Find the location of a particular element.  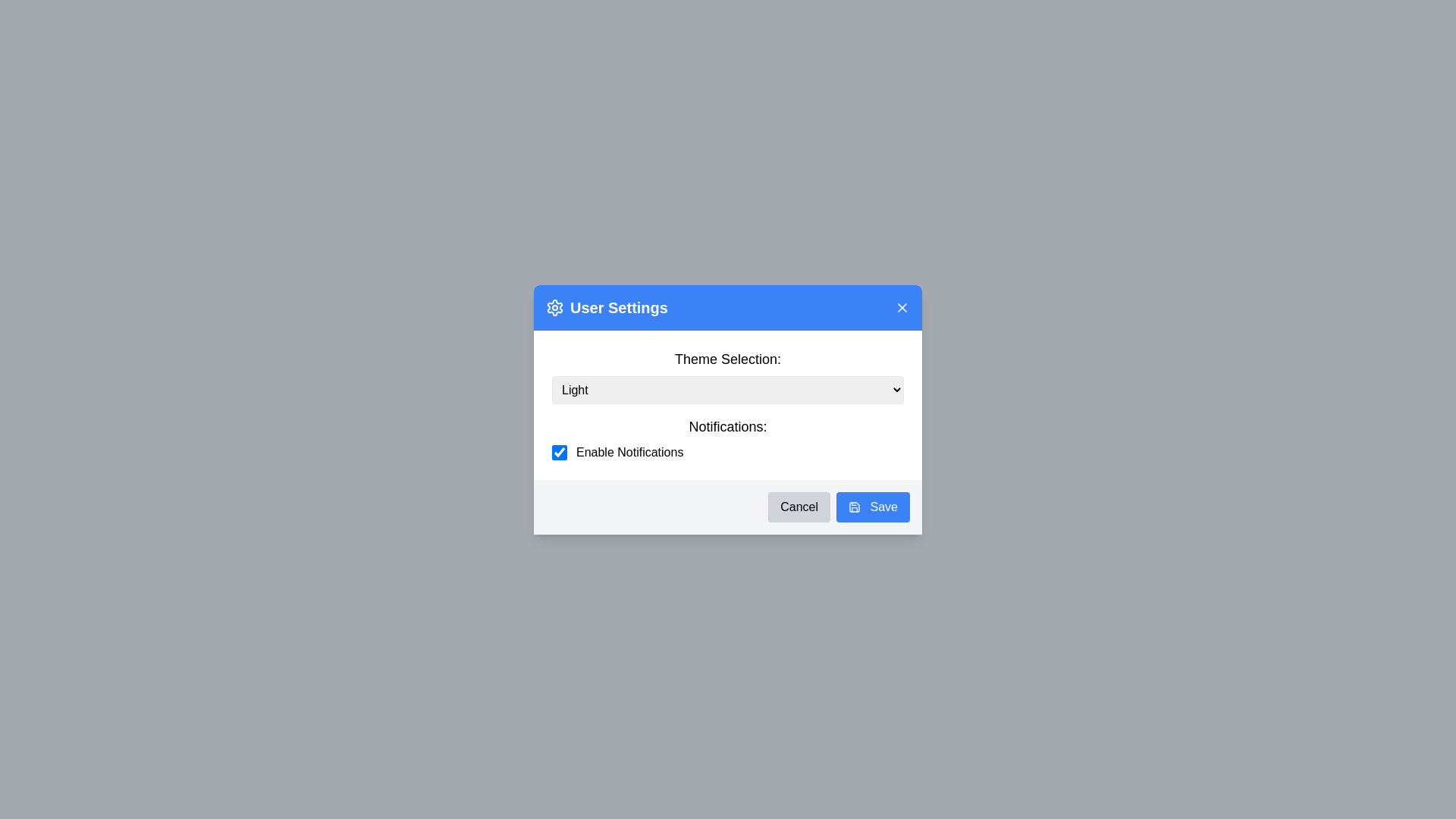

the 'Cancel' button with a gray background and rounded corners located in the bottom section of the dialog is located at coordinates (799, 507).